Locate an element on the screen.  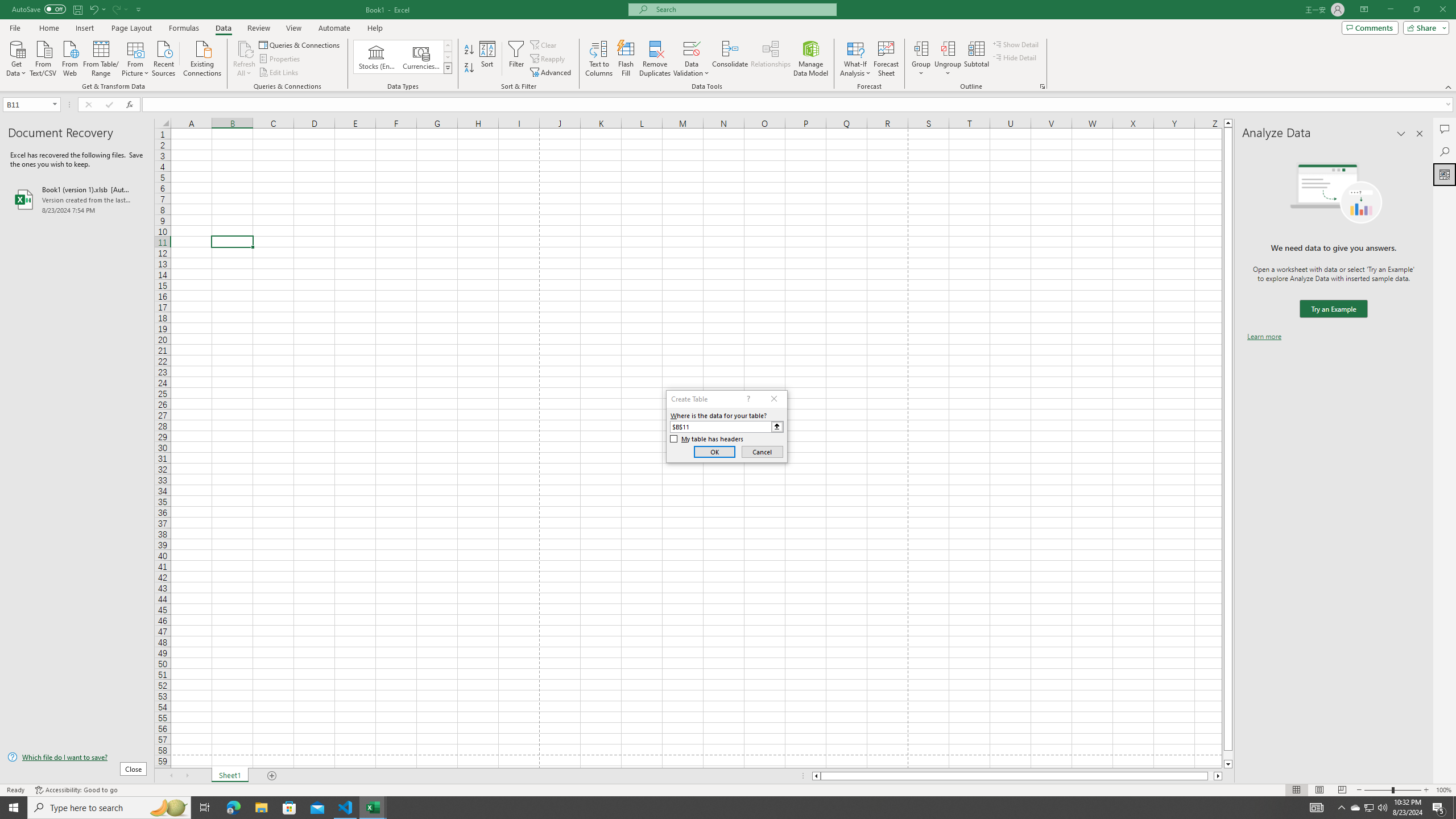
'Data Validation...' is located at coordinates (691, 48).